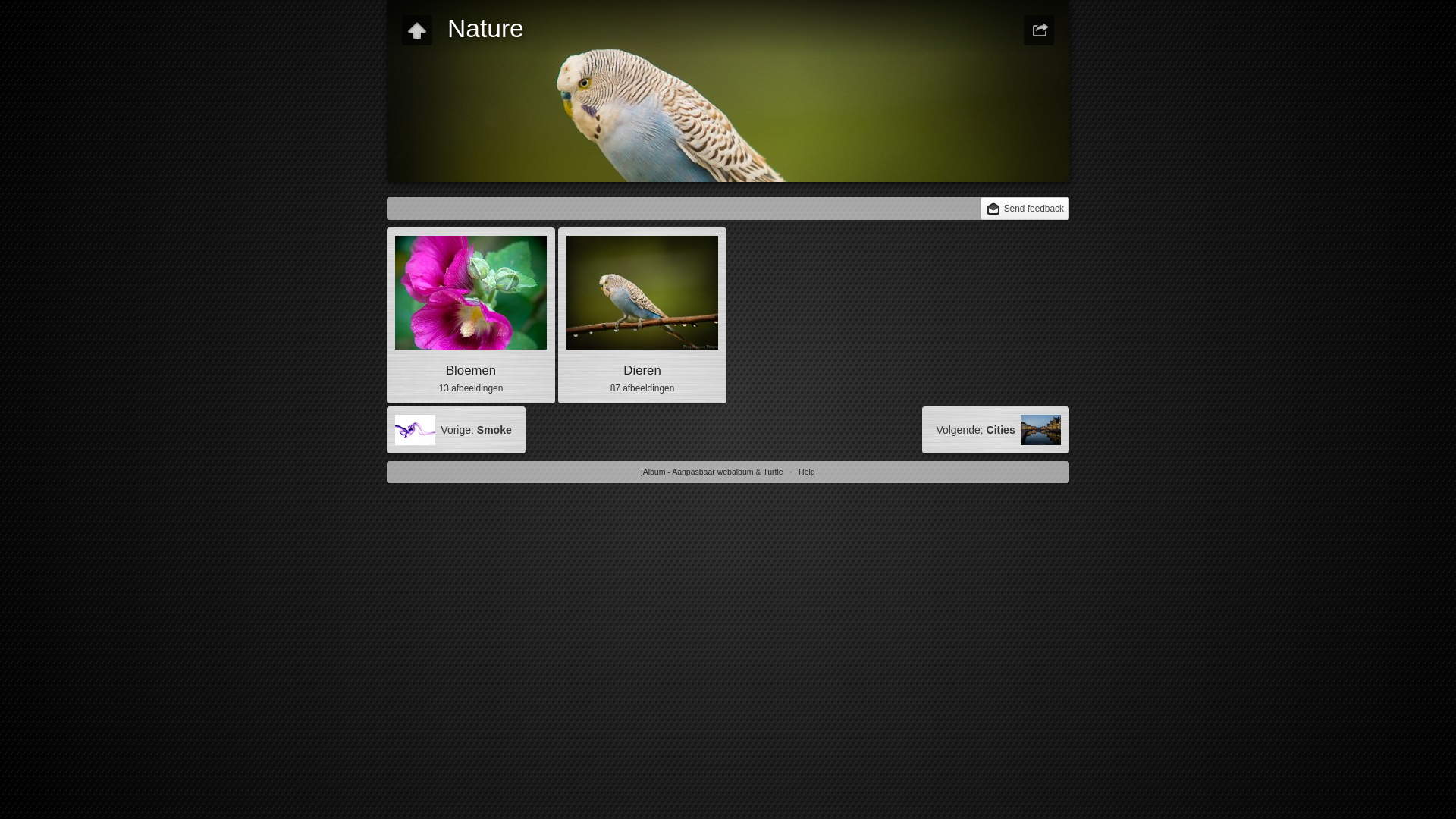 The width and height of the screenshot is (1456, 819). I want to click on 'Vorige: Smoke', so click(455, 430).